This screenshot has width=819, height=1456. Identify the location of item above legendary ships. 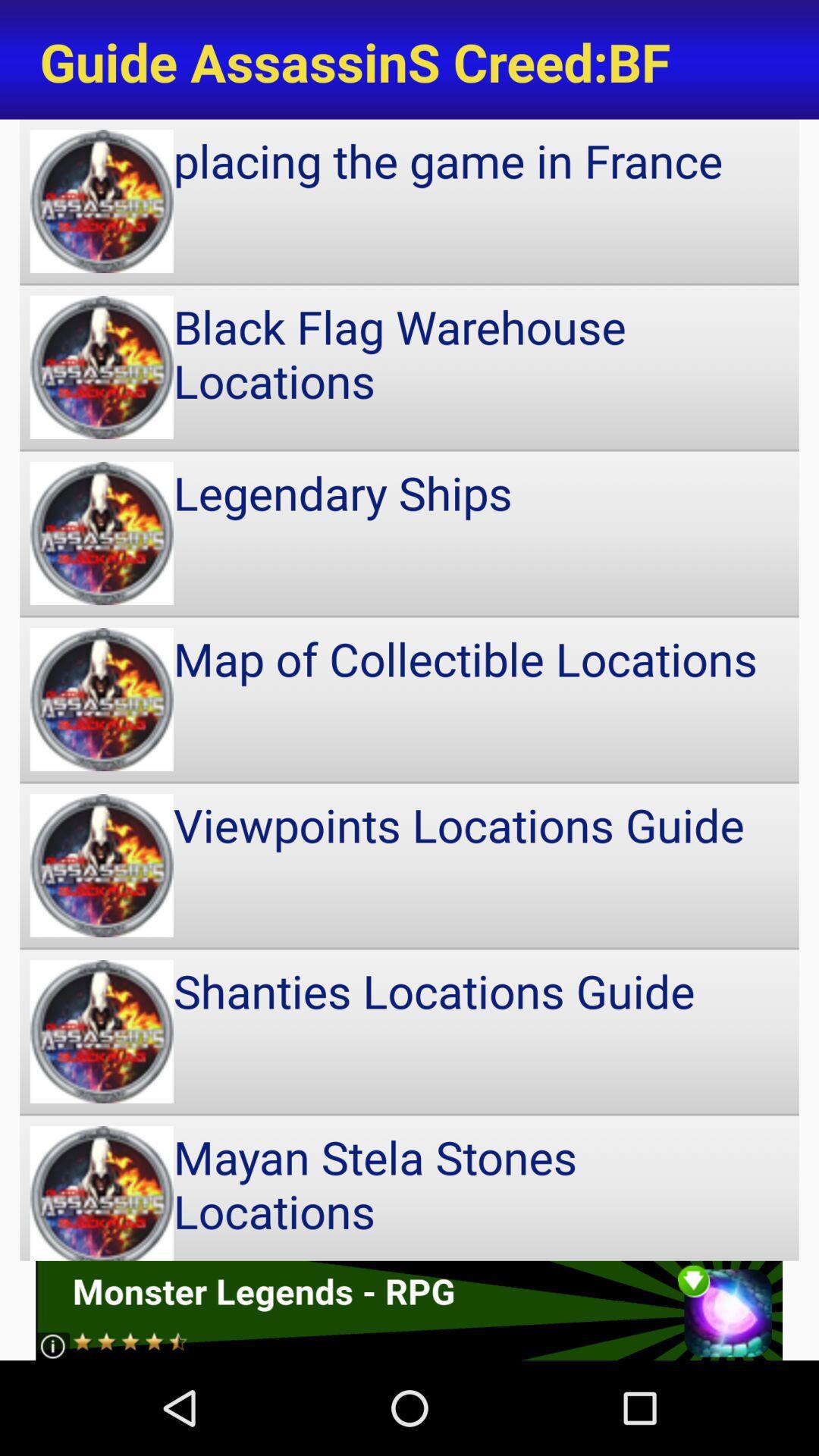
(409, 367).